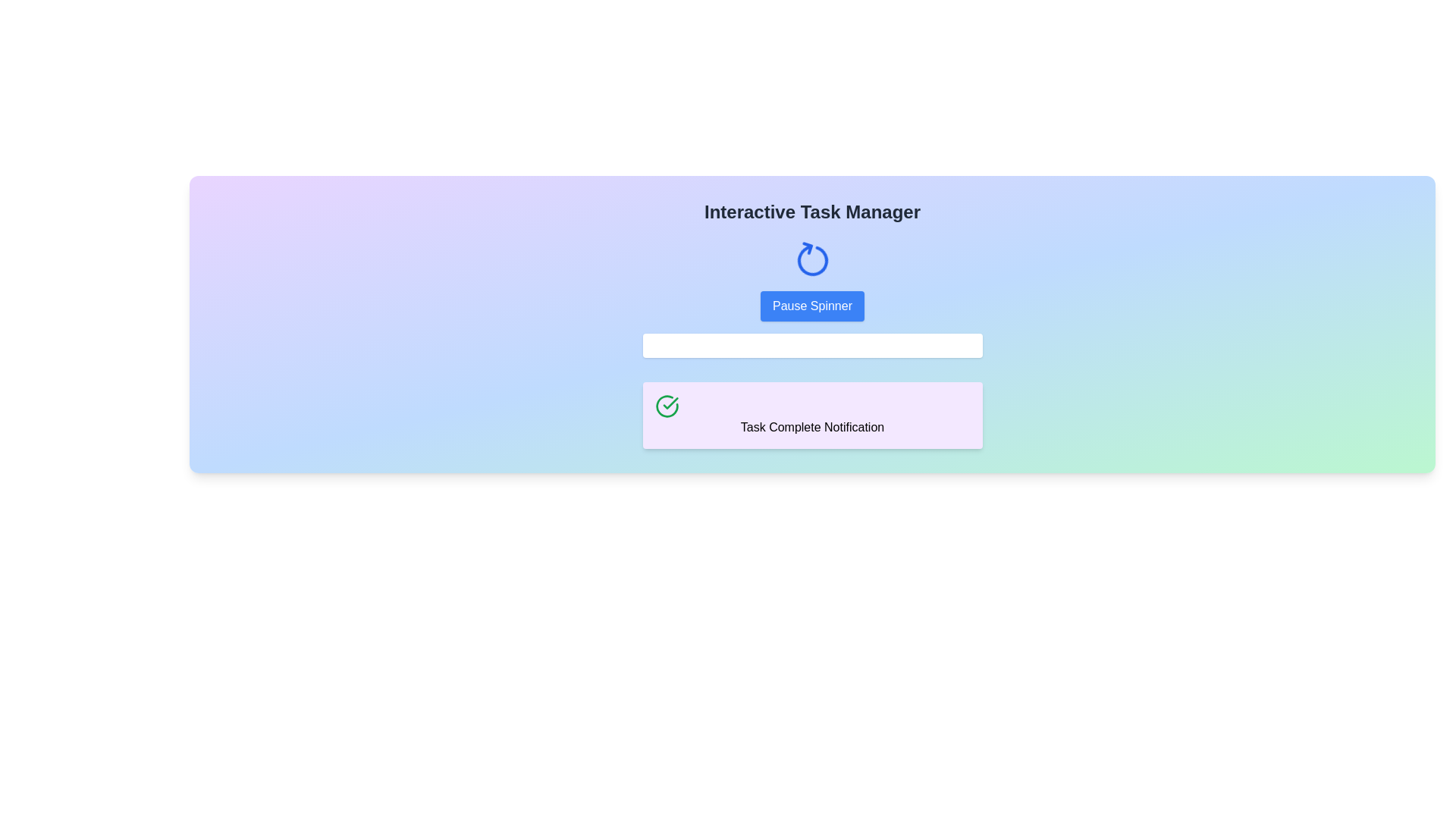 The width and height of the screenshot is (1456, 819). Describe the element at coordinates (670, 403) in the screenshot. I see `the green circle icon indicating task completion located at the top-left corner of the notification card` at that location.